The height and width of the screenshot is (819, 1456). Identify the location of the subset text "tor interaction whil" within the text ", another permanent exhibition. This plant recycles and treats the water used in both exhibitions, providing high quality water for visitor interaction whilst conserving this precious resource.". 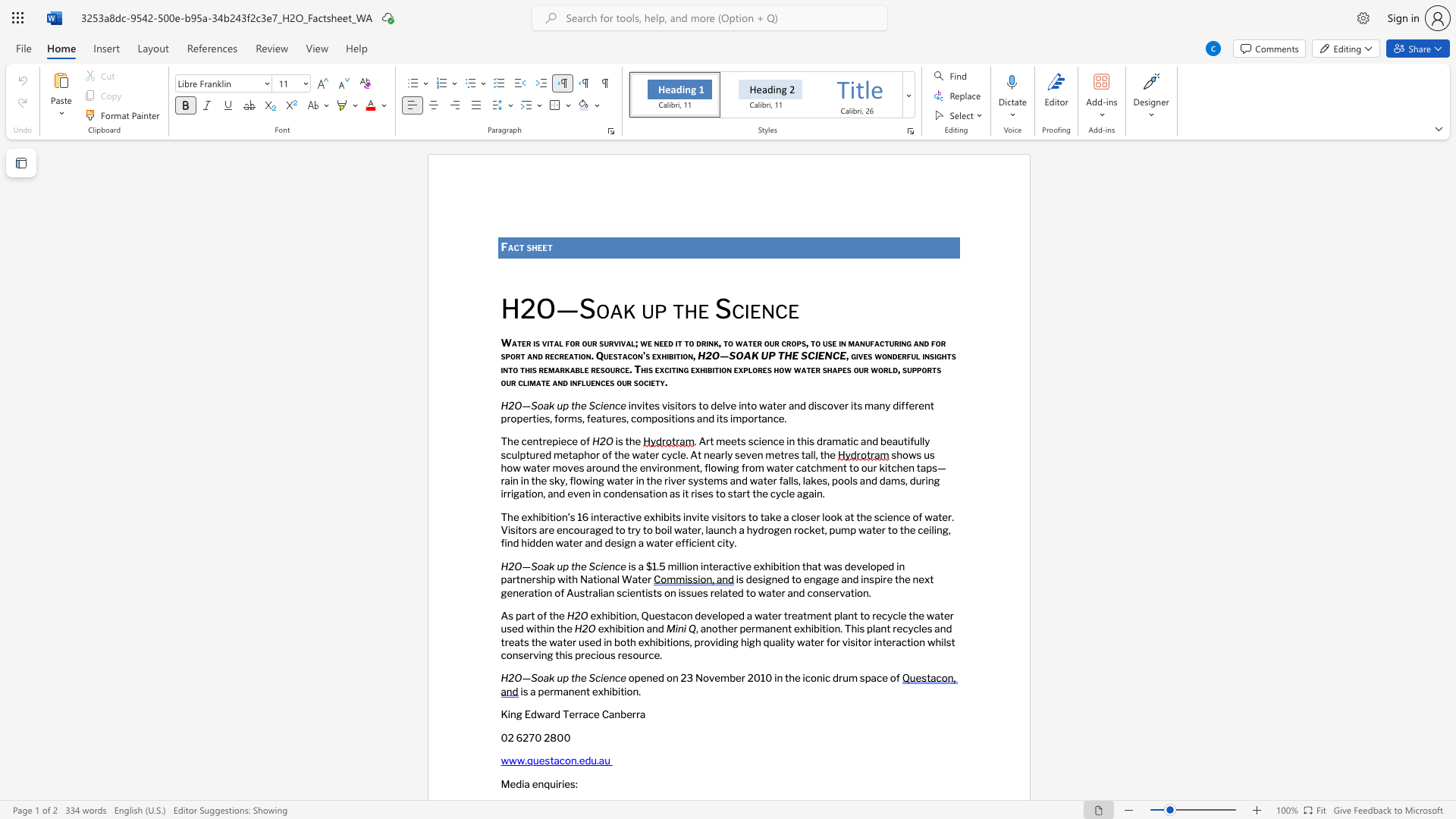
(858, 642).